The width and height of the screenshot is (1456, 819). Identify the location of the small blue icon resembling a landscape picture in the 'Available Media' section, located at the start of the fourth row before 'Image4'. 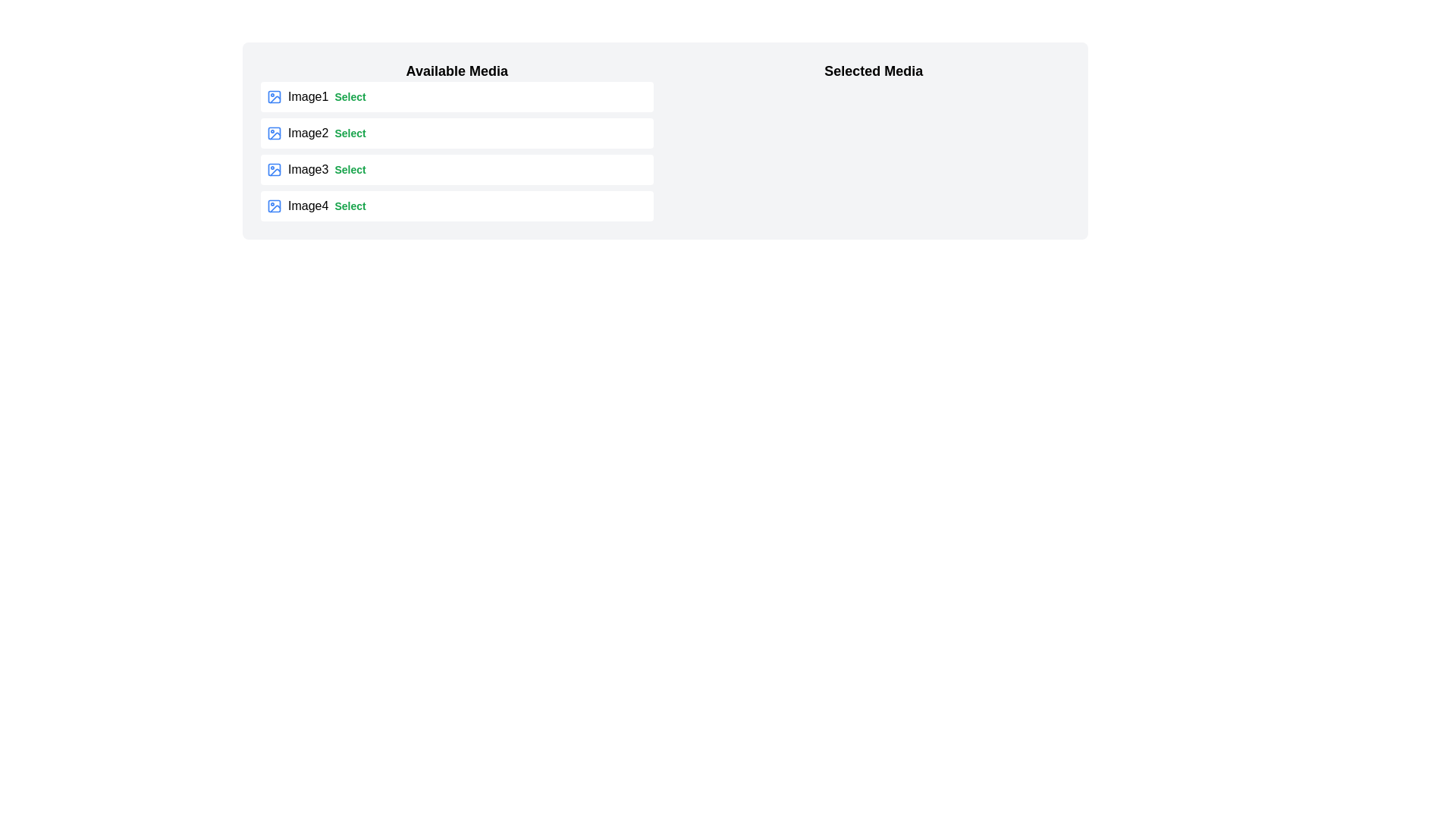
(274, 206).